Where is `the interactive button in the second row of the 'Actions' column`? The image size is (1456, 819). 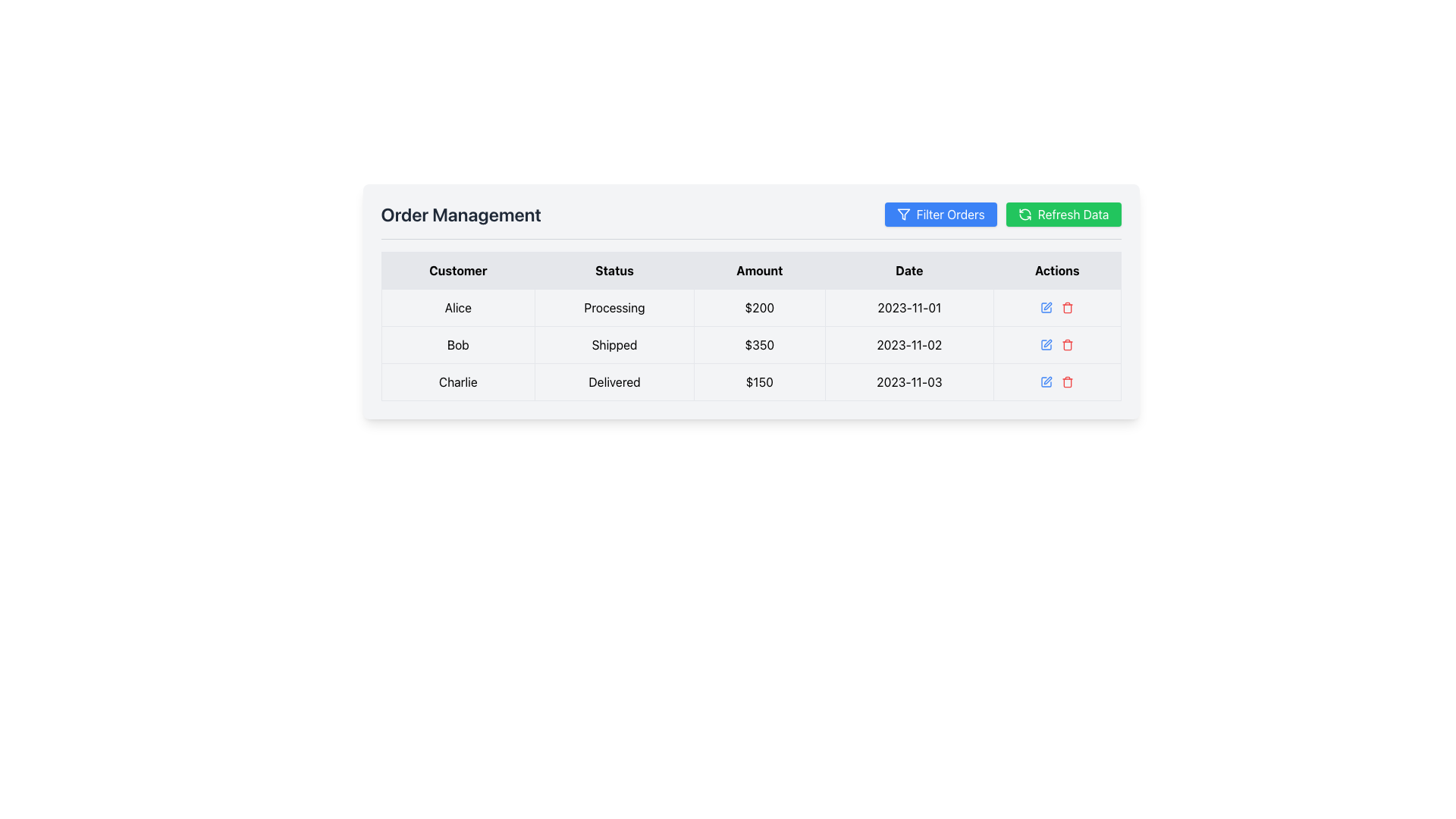 the interactive button in the second row of the 'Actions' column is located at coordinates (1056, 345).